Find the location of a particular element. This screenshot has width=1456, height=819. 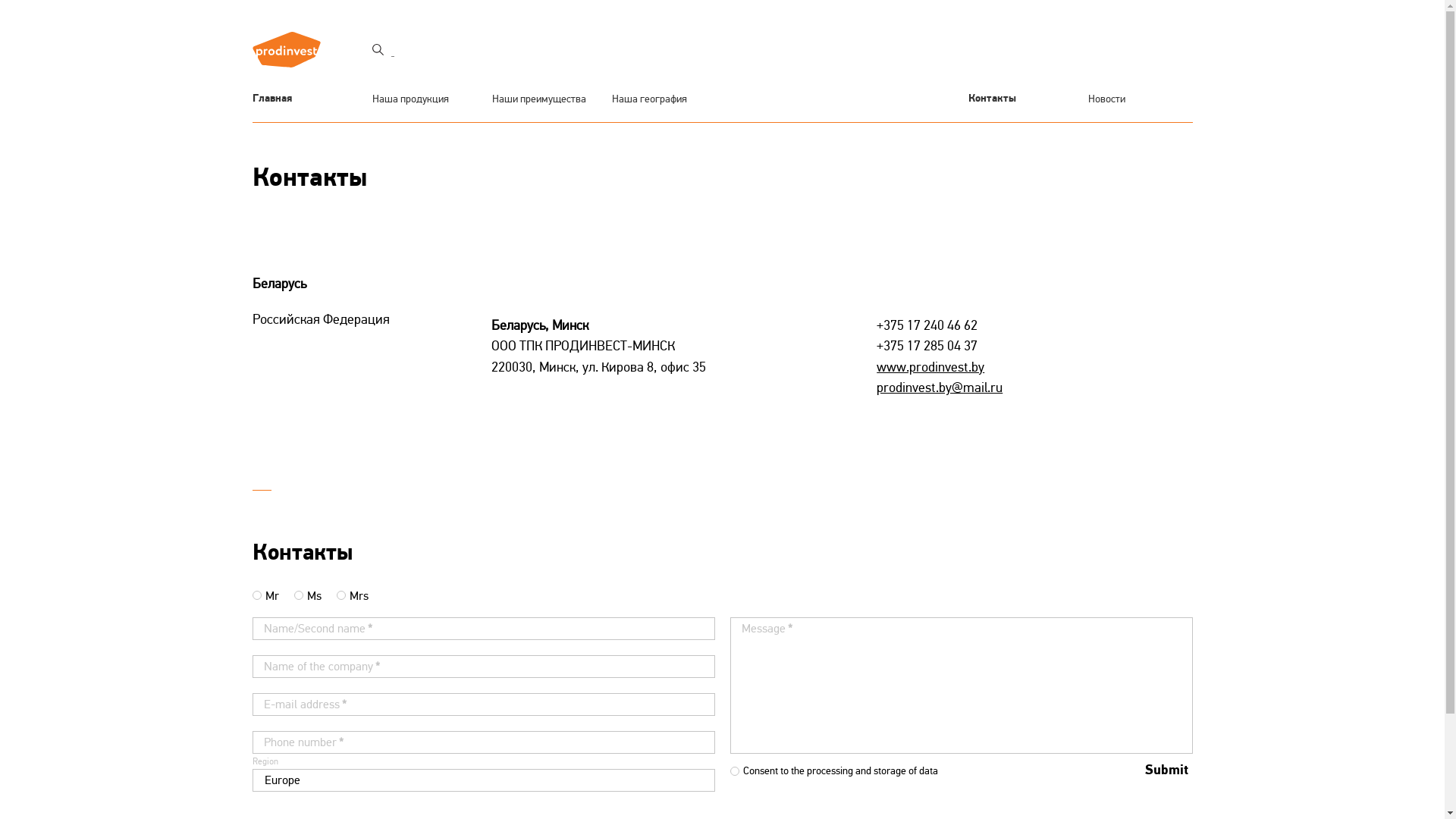

'Submit' is located at coordinates (1166, 770).